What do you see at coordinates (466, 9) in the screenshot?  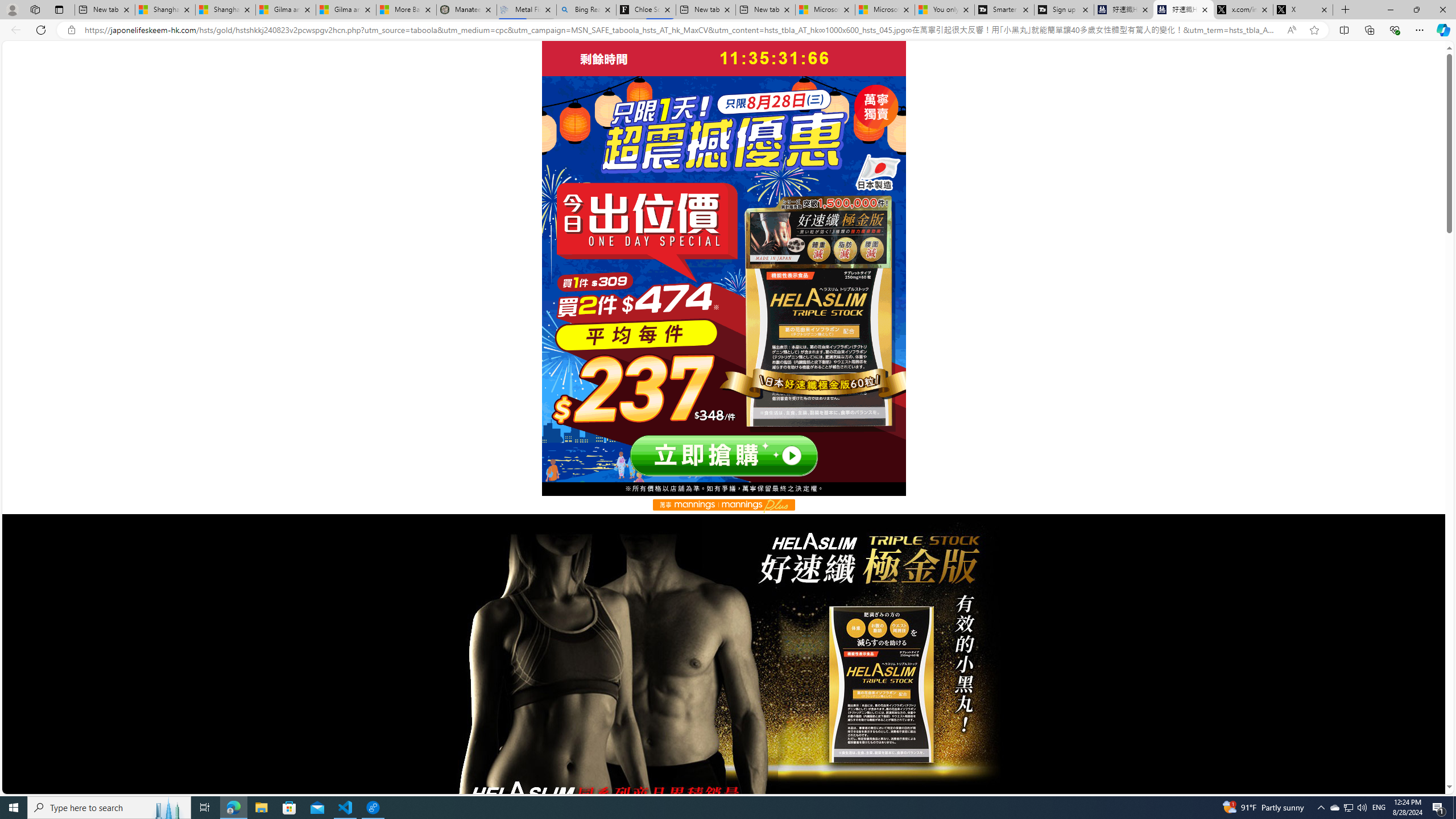 I see `'Manatee Mortality Statistics | FWC'` at bounding box center [466, 9].